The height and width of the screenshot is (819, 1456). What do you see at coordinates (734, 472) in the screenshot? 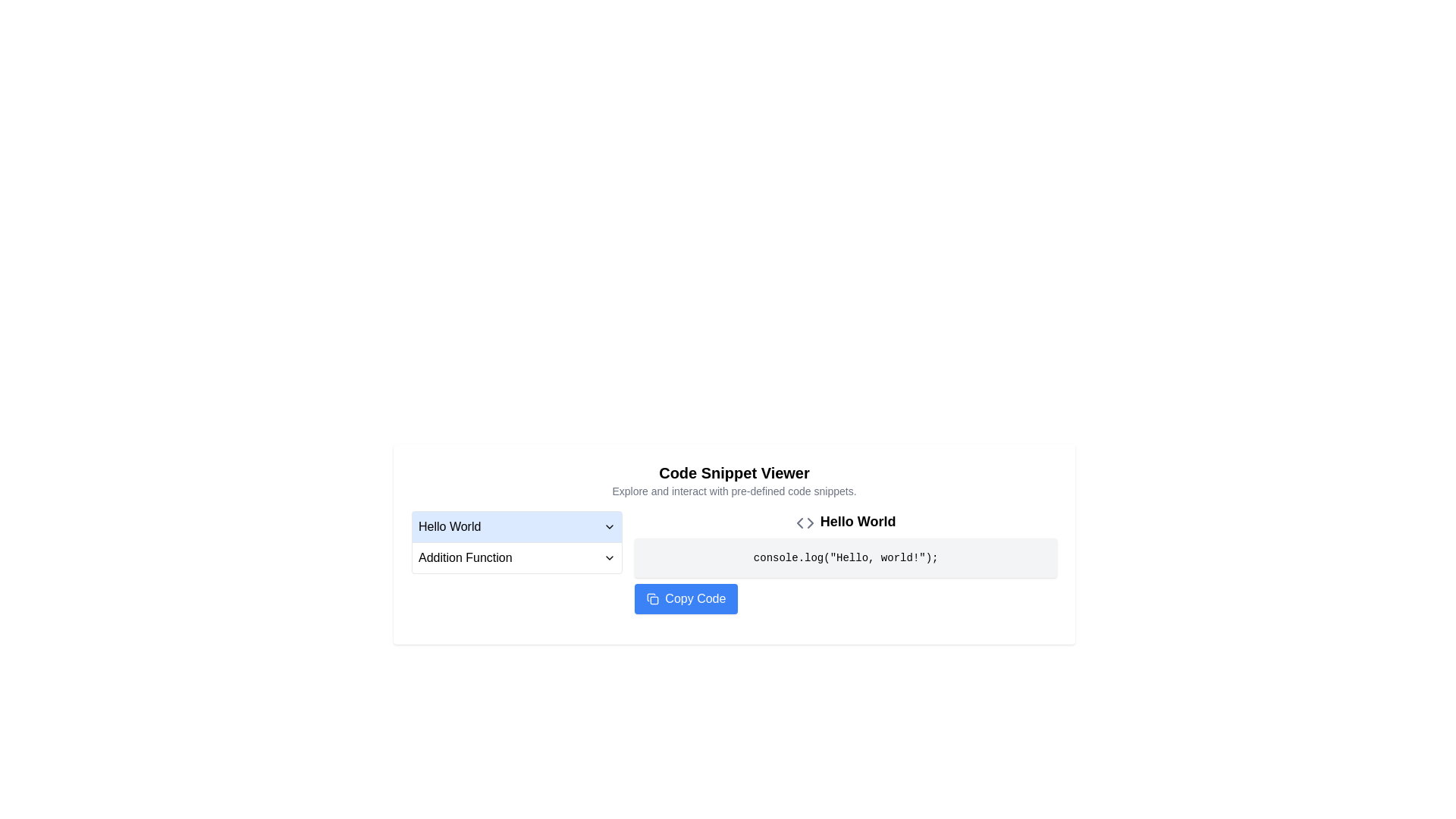
I see `the heading element that serves as a title or label for the section, positioned at the top-center of the content area, above the descriptive text` at bounding box center [734, 472].